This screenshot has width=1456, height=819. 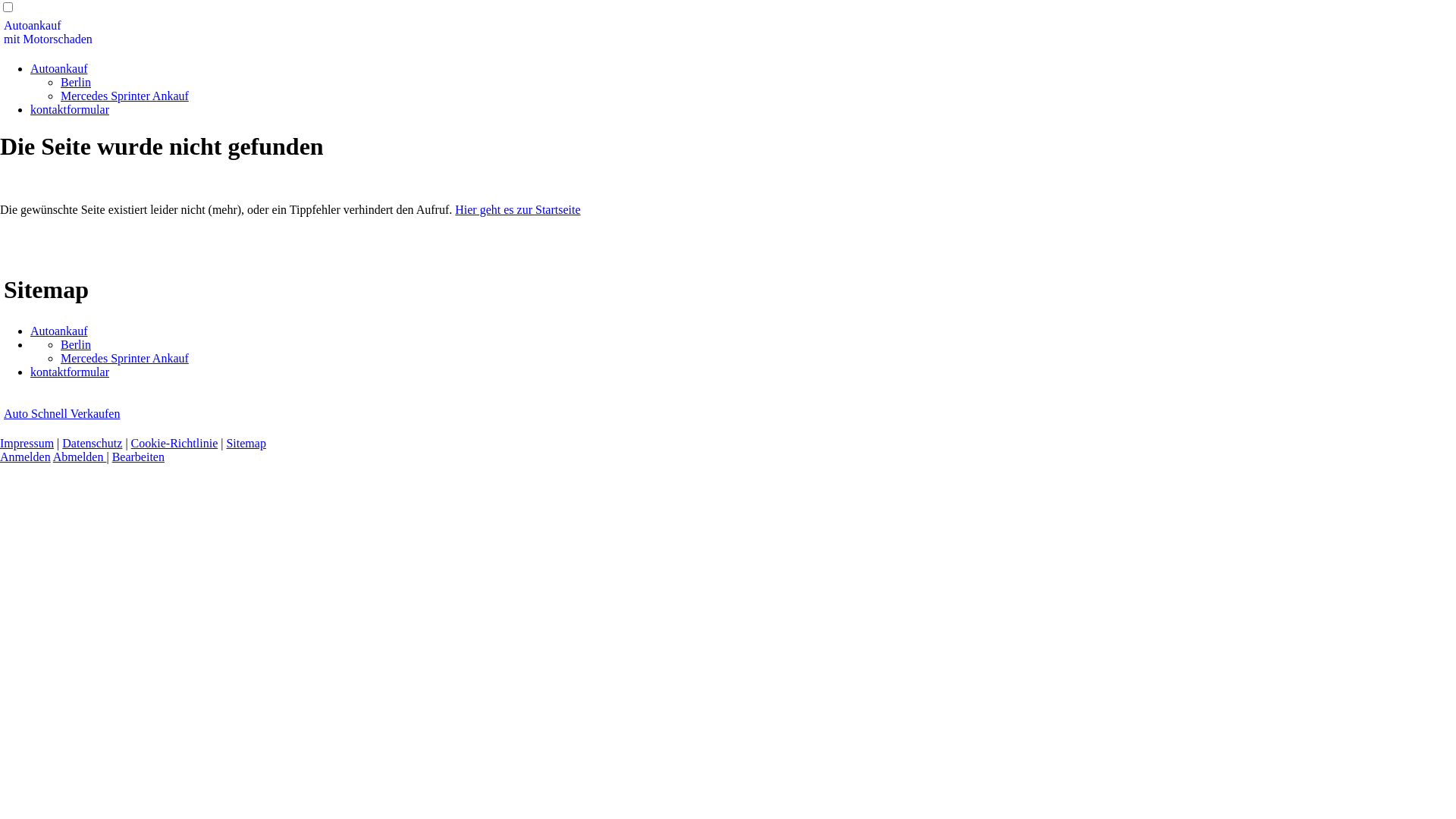 What do you see at coordinates (58, 68) in the screenshot?
I see `'Autoankauf'` at bounding box center [58, 68].